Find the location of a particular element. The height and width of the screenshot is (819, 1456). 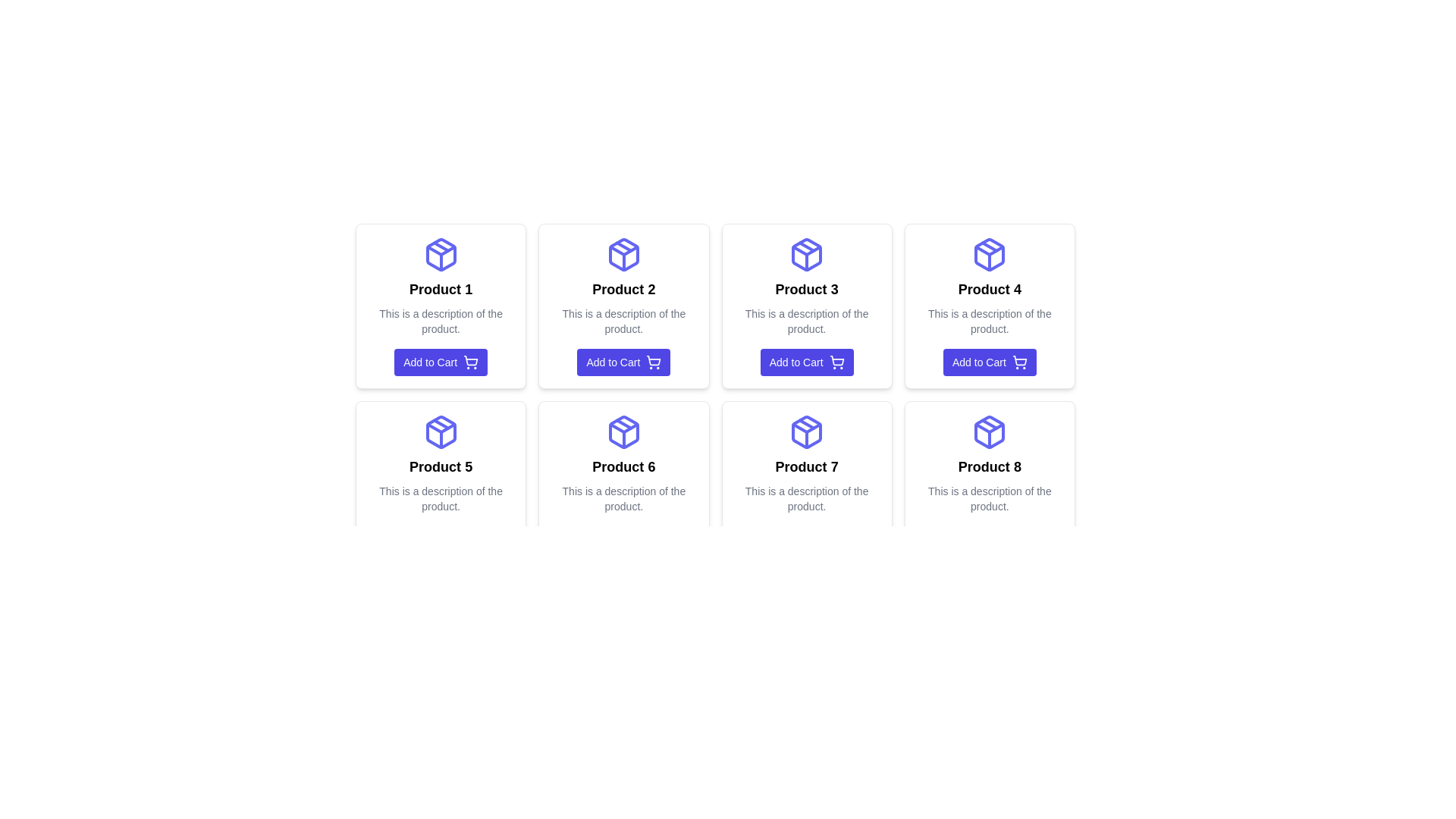

the blue square-shaped SVG icon resembling a package or box located at the top of the card labeled 'Product 7' is located at coordinates (806, 432).